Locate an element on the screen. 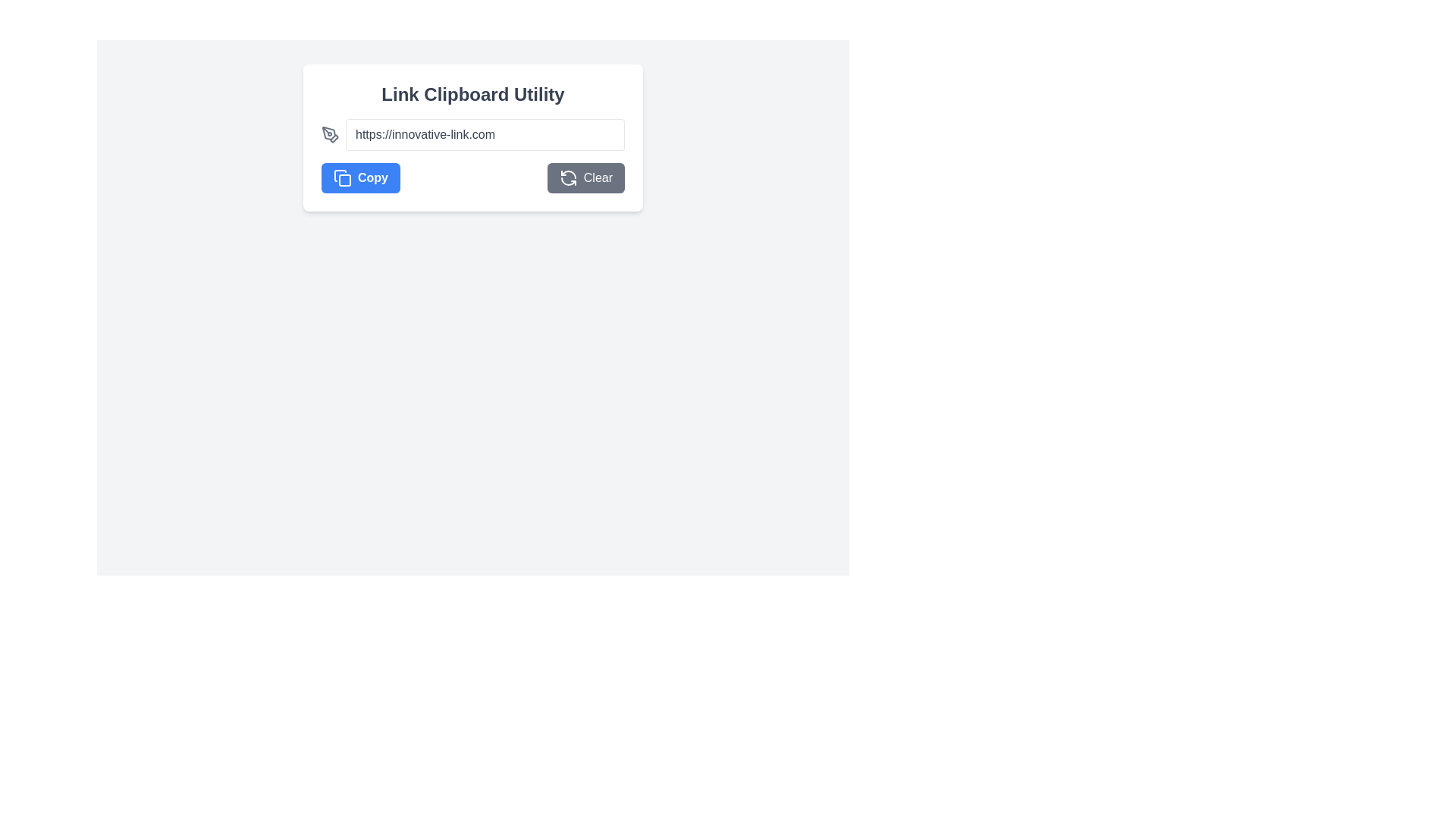  the icon with an outline of two overlapping squares within the 'Copy' button is located at coordinates (341, 177).